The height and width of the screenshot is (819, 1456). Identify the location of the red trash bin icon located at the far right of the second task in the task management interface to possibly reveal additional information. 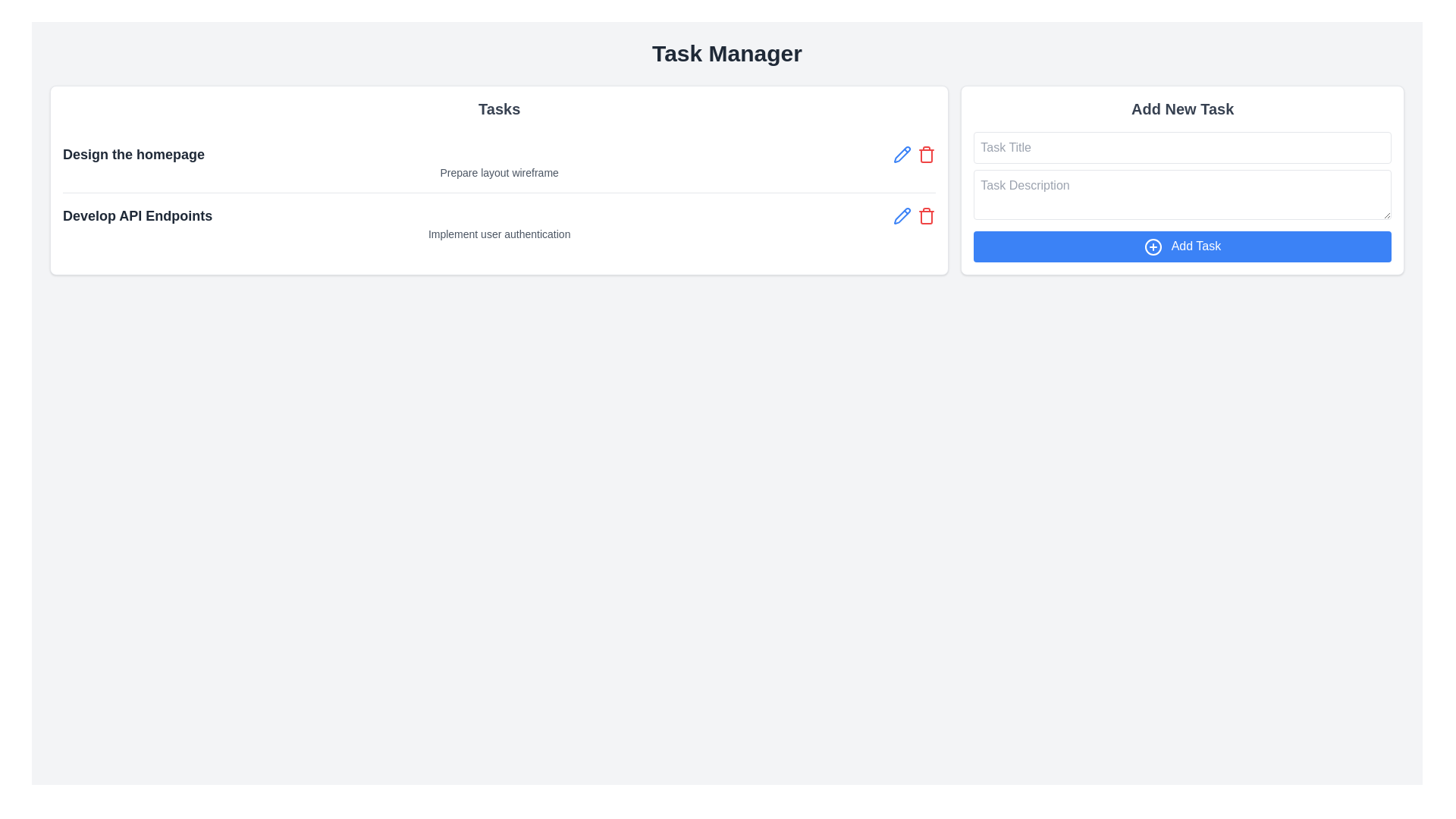
(926, 216).